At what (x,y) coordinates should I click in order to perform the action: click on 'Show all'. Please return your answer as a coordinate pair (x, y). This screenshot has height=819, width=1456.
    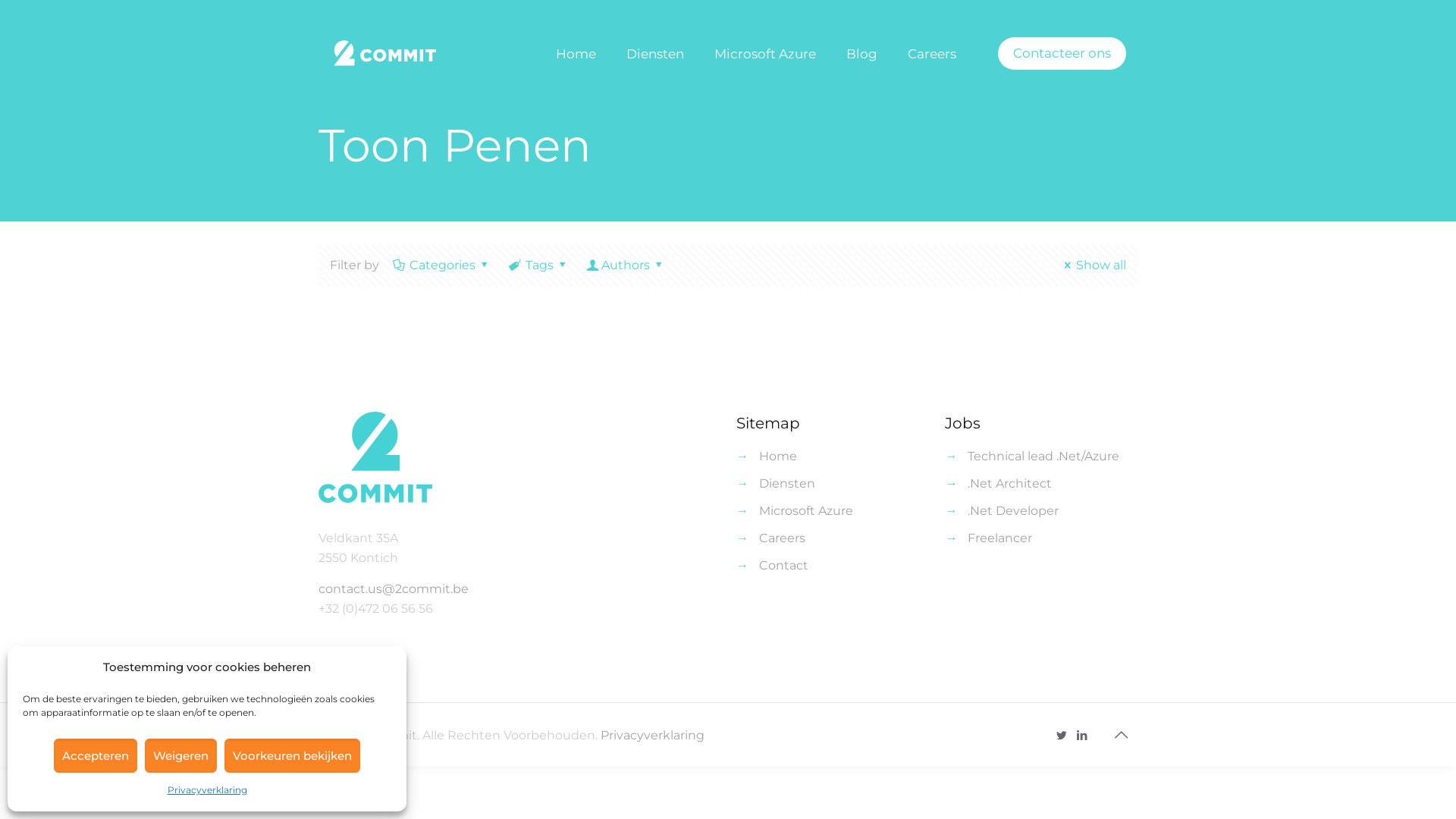
    Looking at the image, I should click on (1092, 264).